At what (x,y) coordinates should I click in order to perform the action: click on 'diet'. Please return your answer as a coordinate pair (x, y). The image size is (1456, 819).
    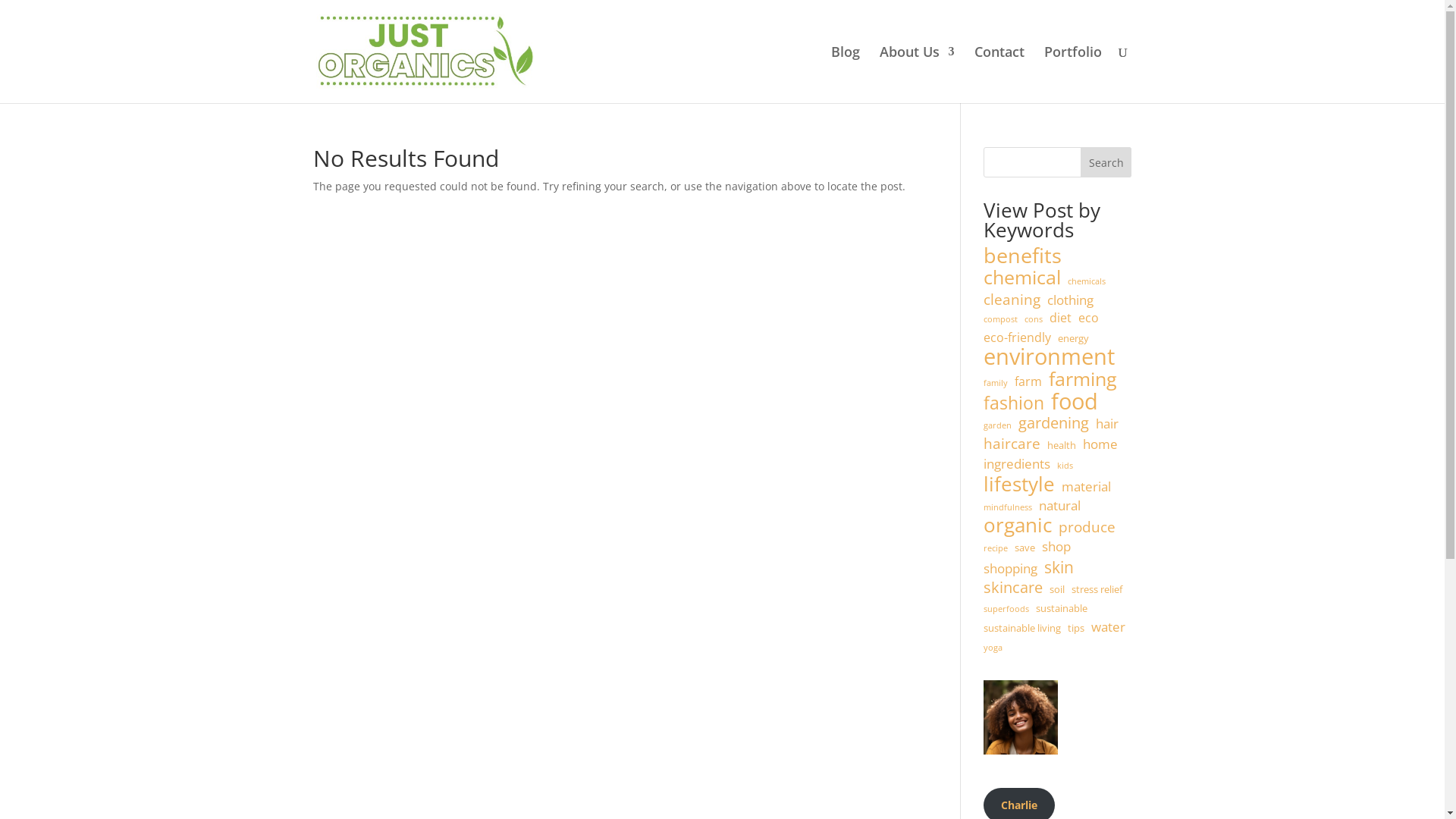
    Looking at the image, I should click on (1059, 318).